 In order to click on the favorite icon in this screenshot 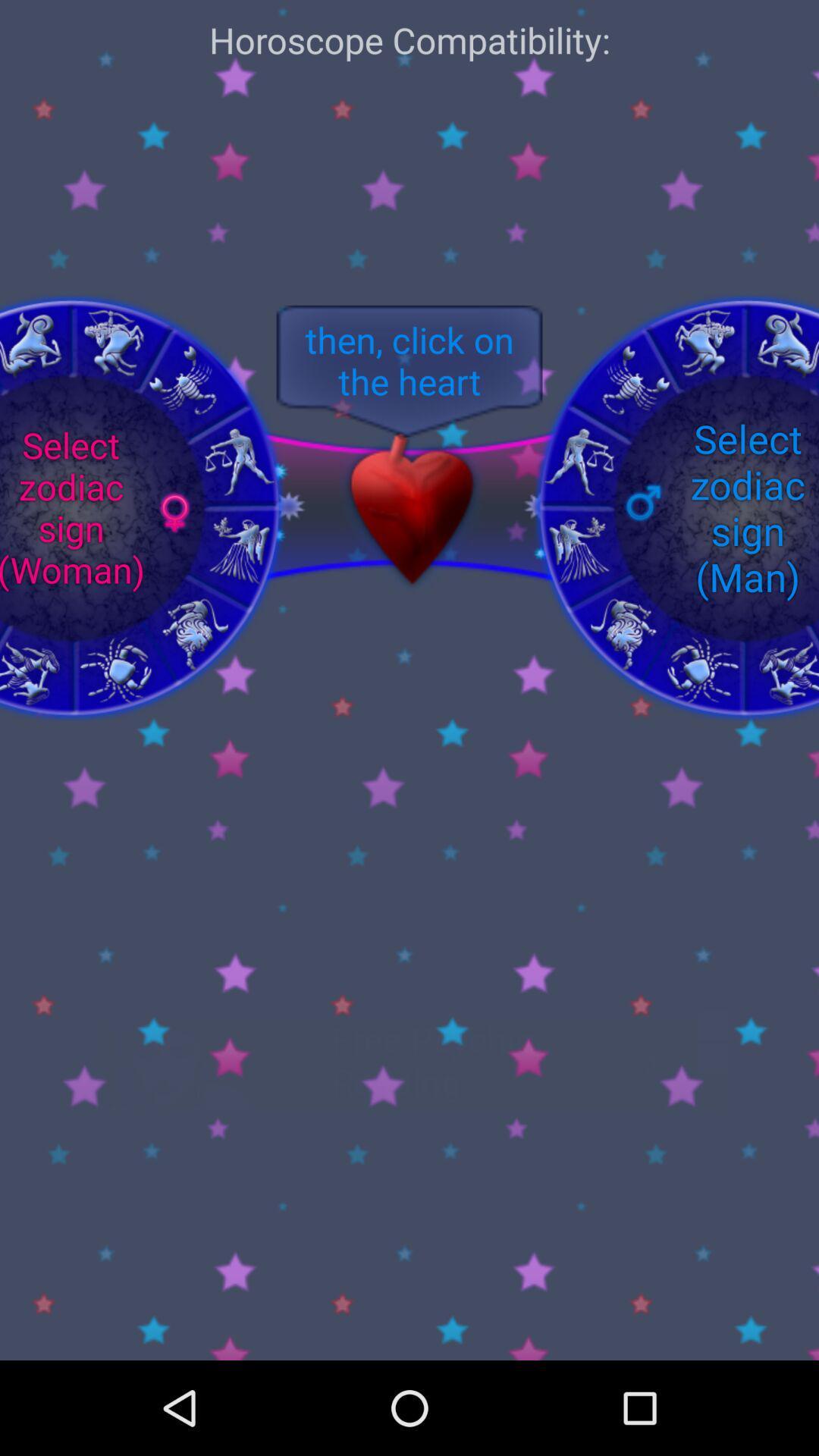, I will do `click(408, 543)`.